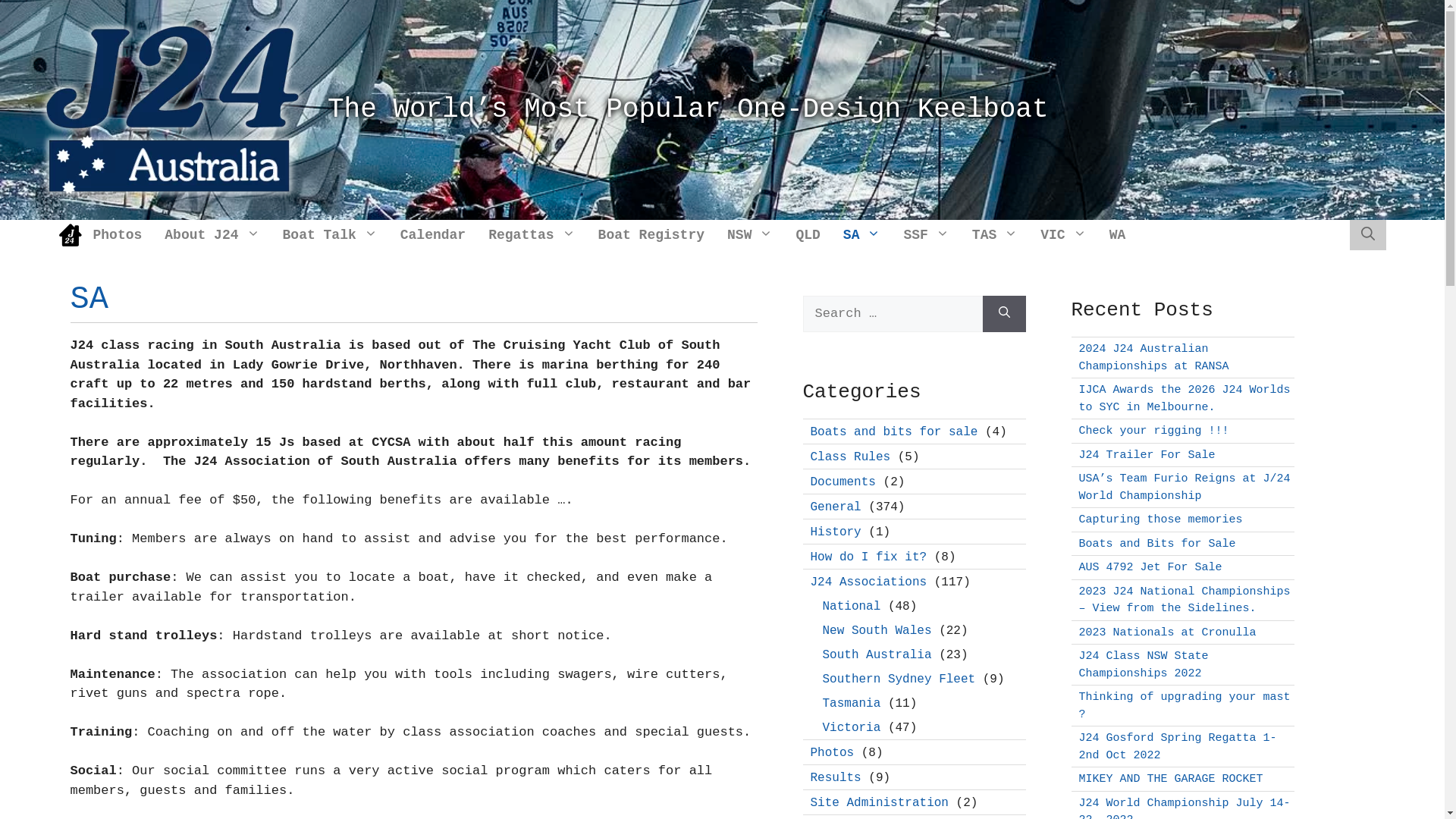 This screenshot has height=819, width=1456. I want to click on '2024 J24 Australian Championships at RANSA', so click(1077, 357).